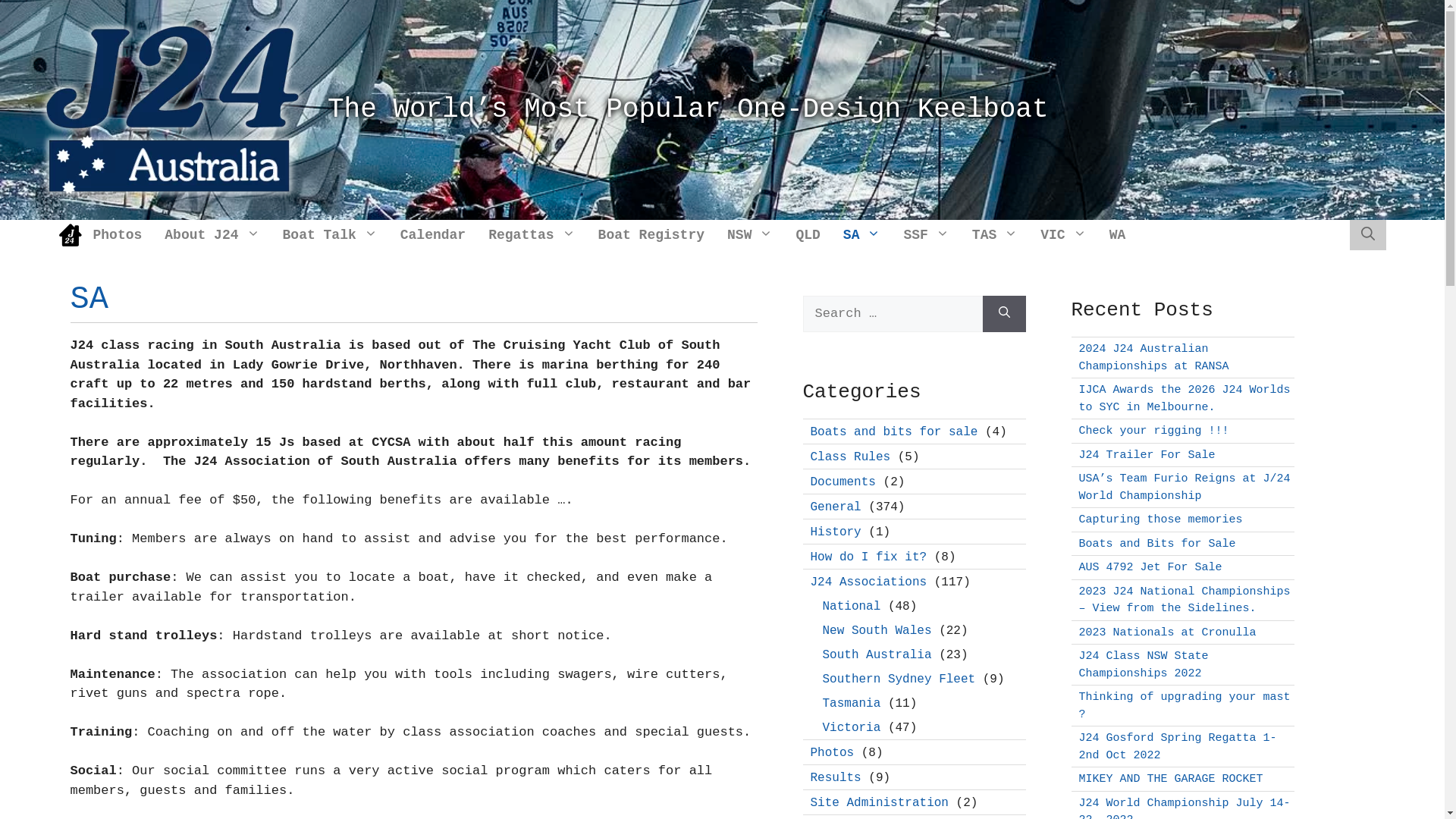 This screenshot has height=819, width=1456. I want to click on '2024 J24 Australian Championships at RANSA', so click(1077, 357).